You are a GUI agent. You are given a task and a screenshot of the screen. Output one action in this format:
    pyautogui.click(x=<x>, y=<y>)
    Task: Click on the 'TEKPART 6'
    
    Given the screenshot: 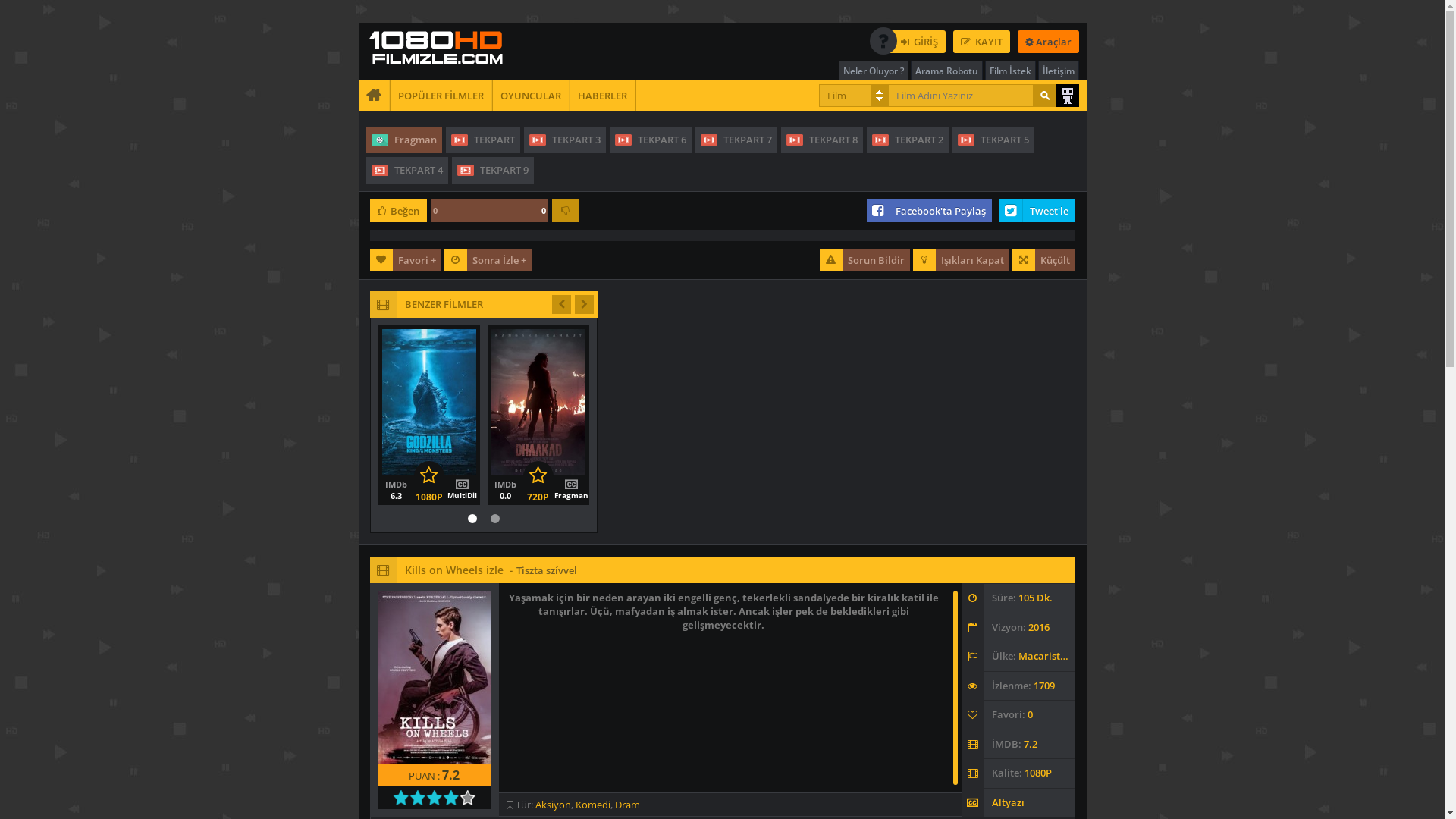 What is the action you would take?
    pyautogui.click(x=651, y=140)
    